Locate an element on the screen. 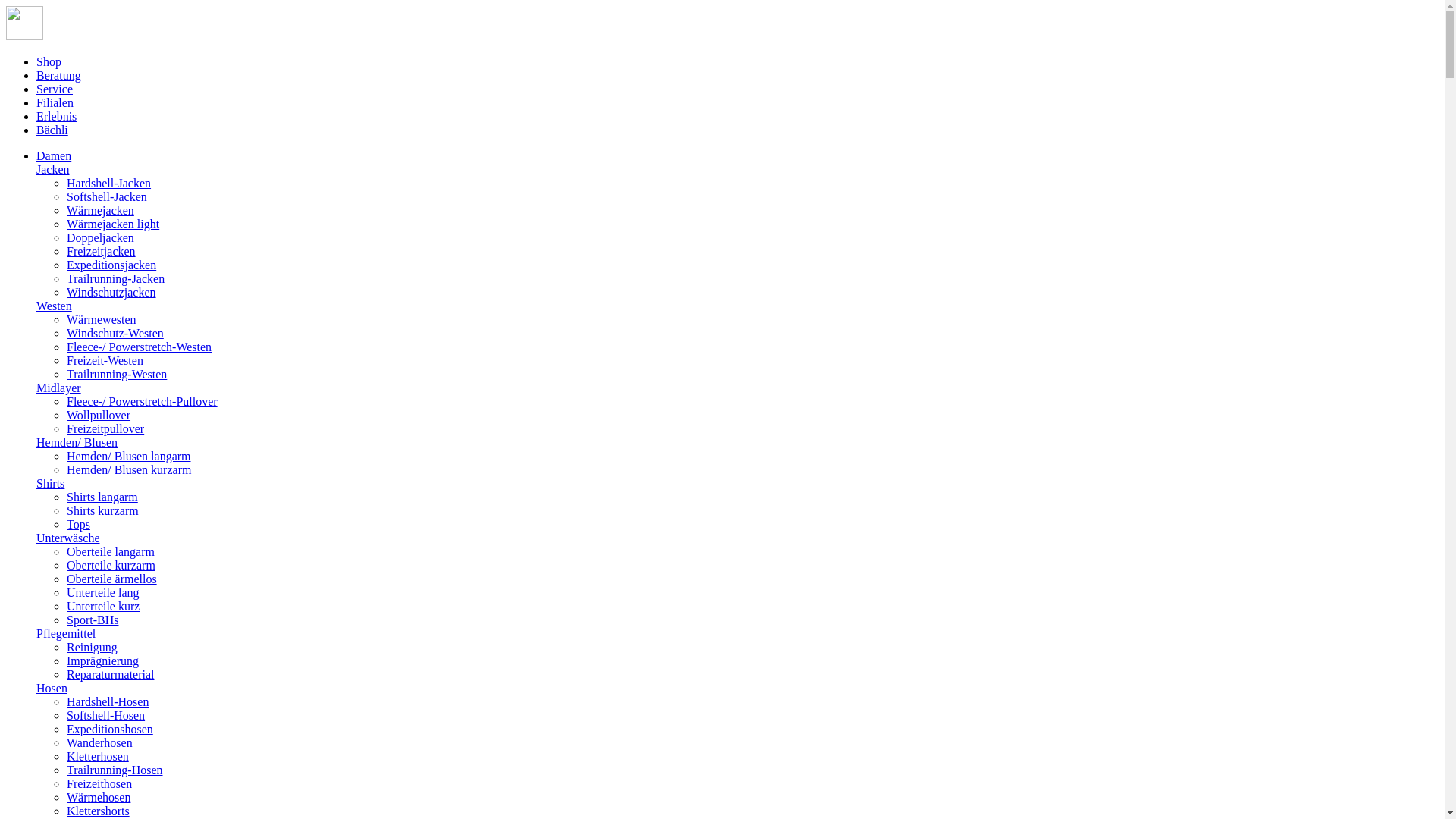 The width and height of the screenshot is (1456, 819). 'Doppeljacken' is located at coordinates (99, 237).